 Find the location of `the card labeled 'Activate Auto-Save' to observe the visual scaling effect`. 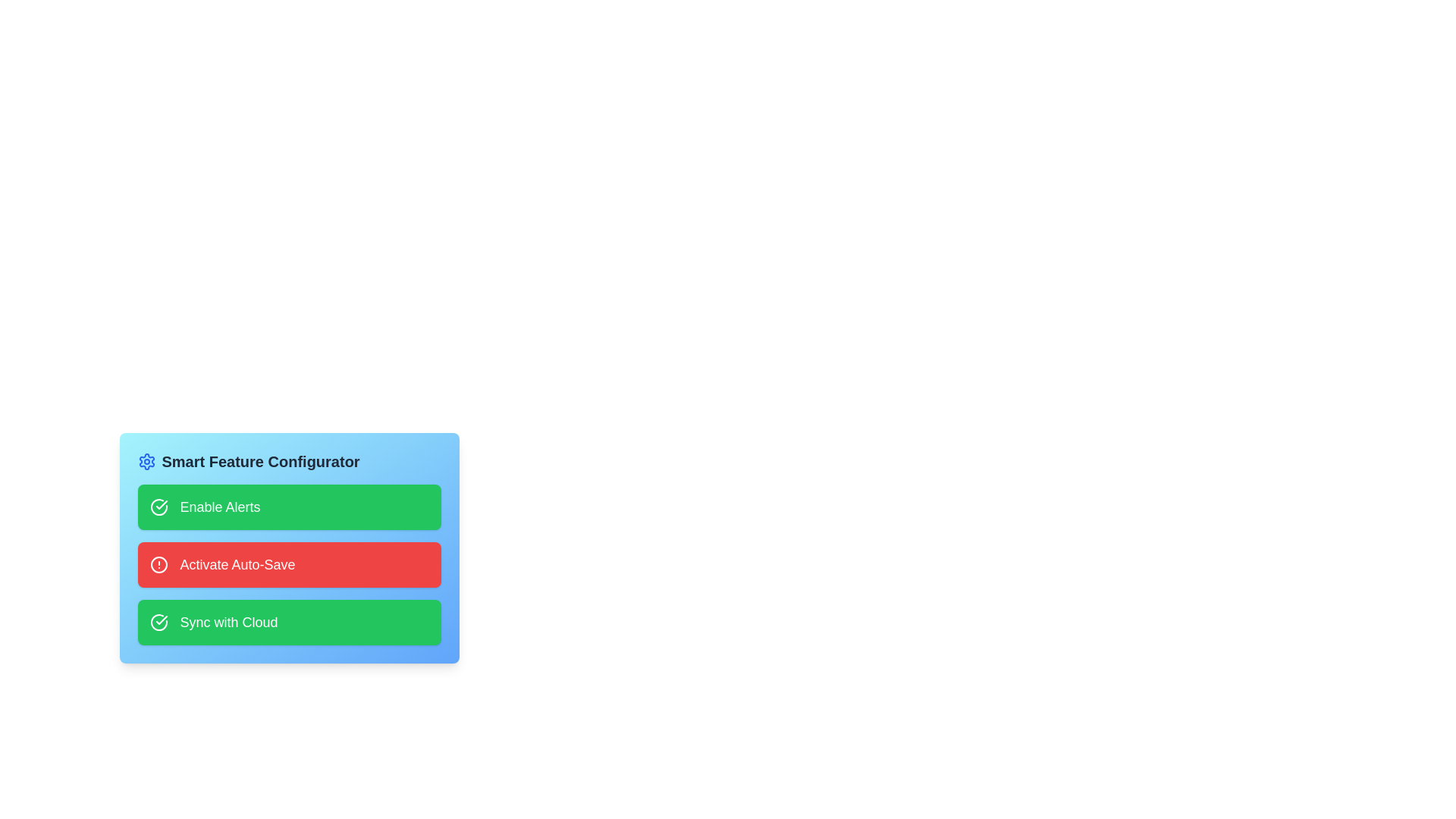

the card labeled 'Activate Auto-Save' to observe the visual scaling effect is located at coordinates (289, 564).